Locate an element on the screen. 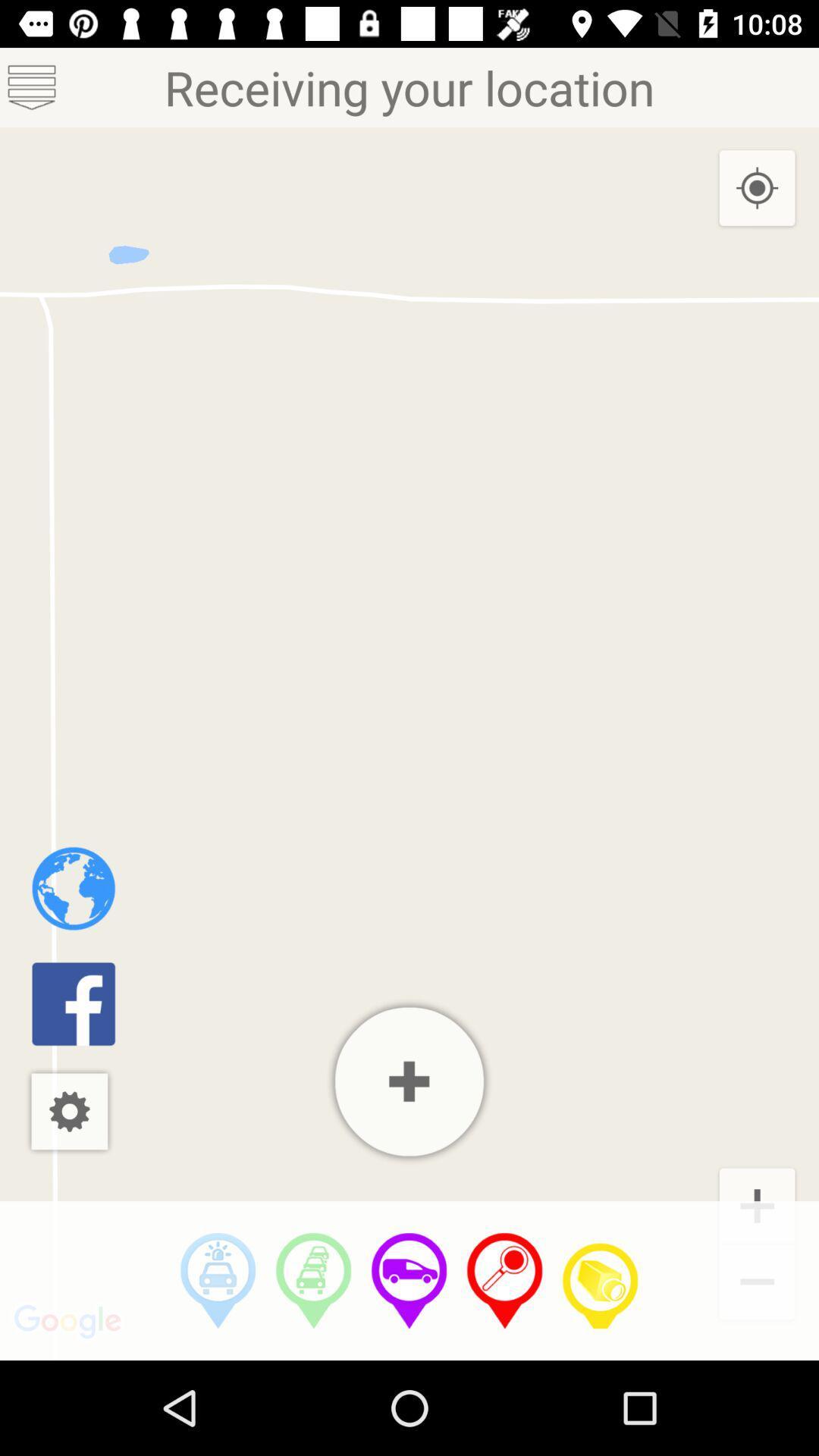 This screenshot has height=1456, width=819. settings is located at coordinates (69, 1111).